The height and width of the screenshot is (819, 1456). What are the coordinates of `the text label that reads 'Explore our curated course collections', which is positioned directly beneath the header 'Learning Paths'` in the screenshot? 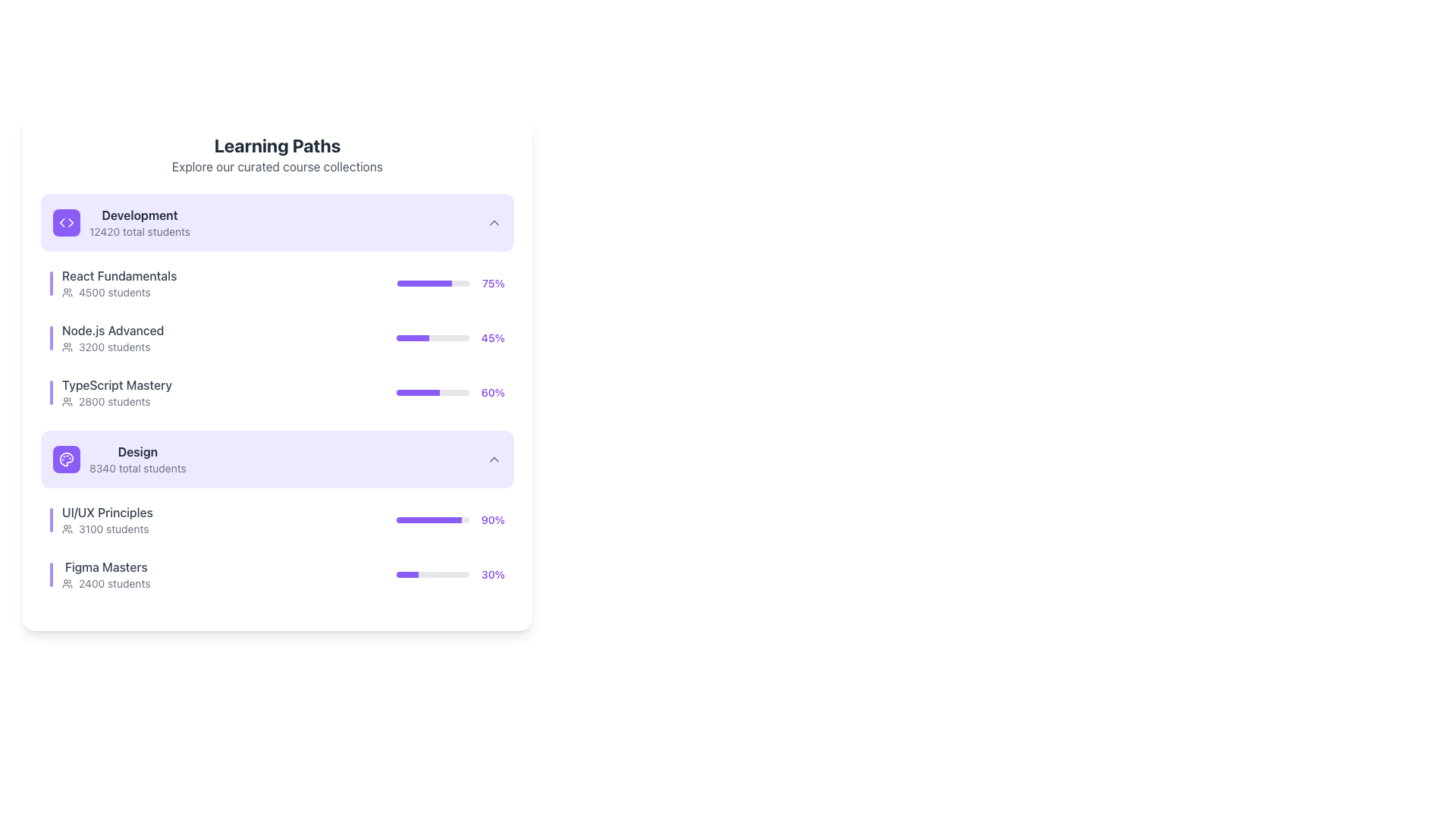 It's located at (277, 166).